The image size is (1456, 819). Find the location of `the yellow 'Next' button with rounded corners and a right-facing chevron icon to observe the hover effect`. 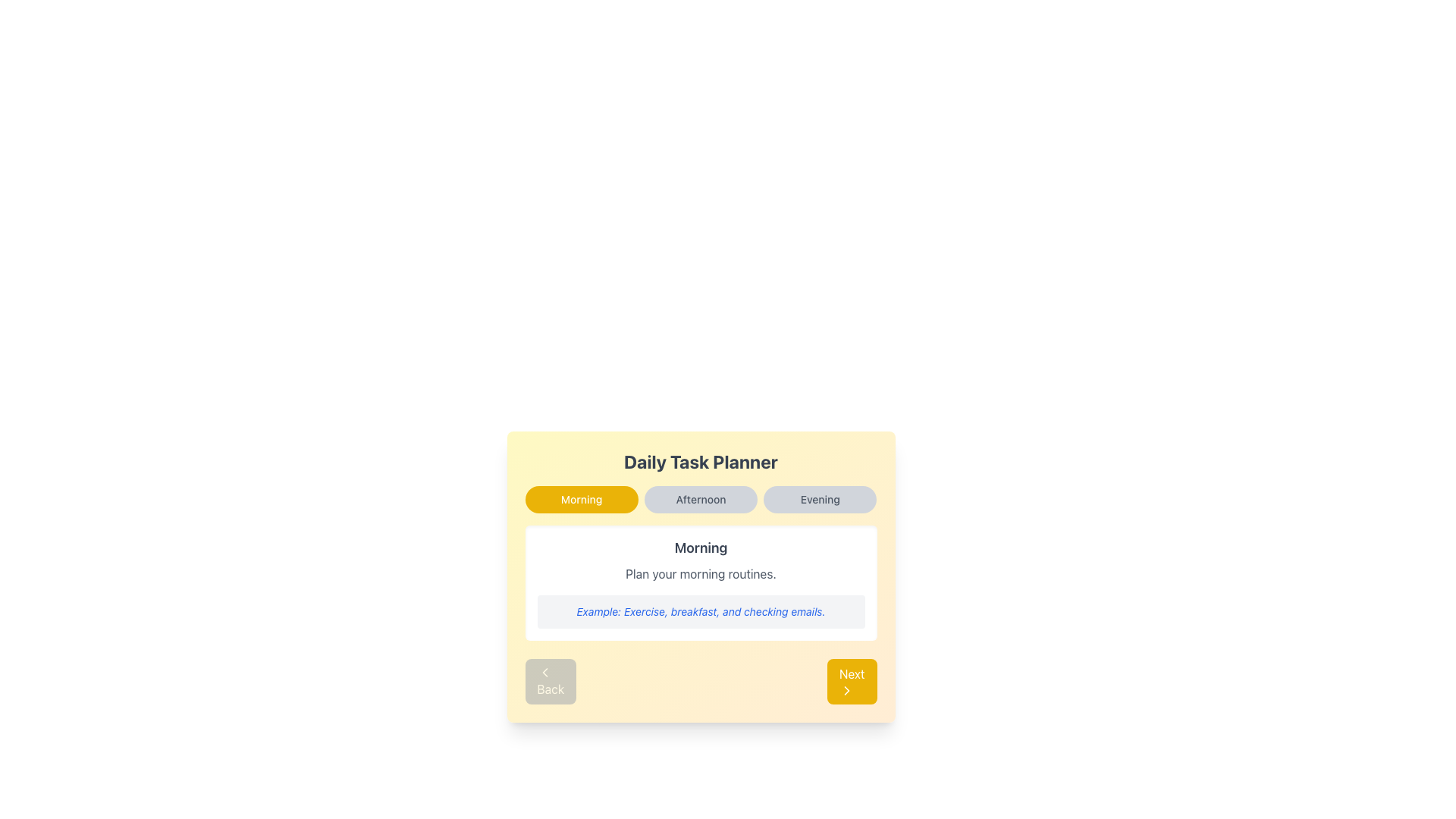

the yellow 'Next' button with rounded corners and a right-facing chevron icon to observe the hover effect is located at coordinates (852, 680).